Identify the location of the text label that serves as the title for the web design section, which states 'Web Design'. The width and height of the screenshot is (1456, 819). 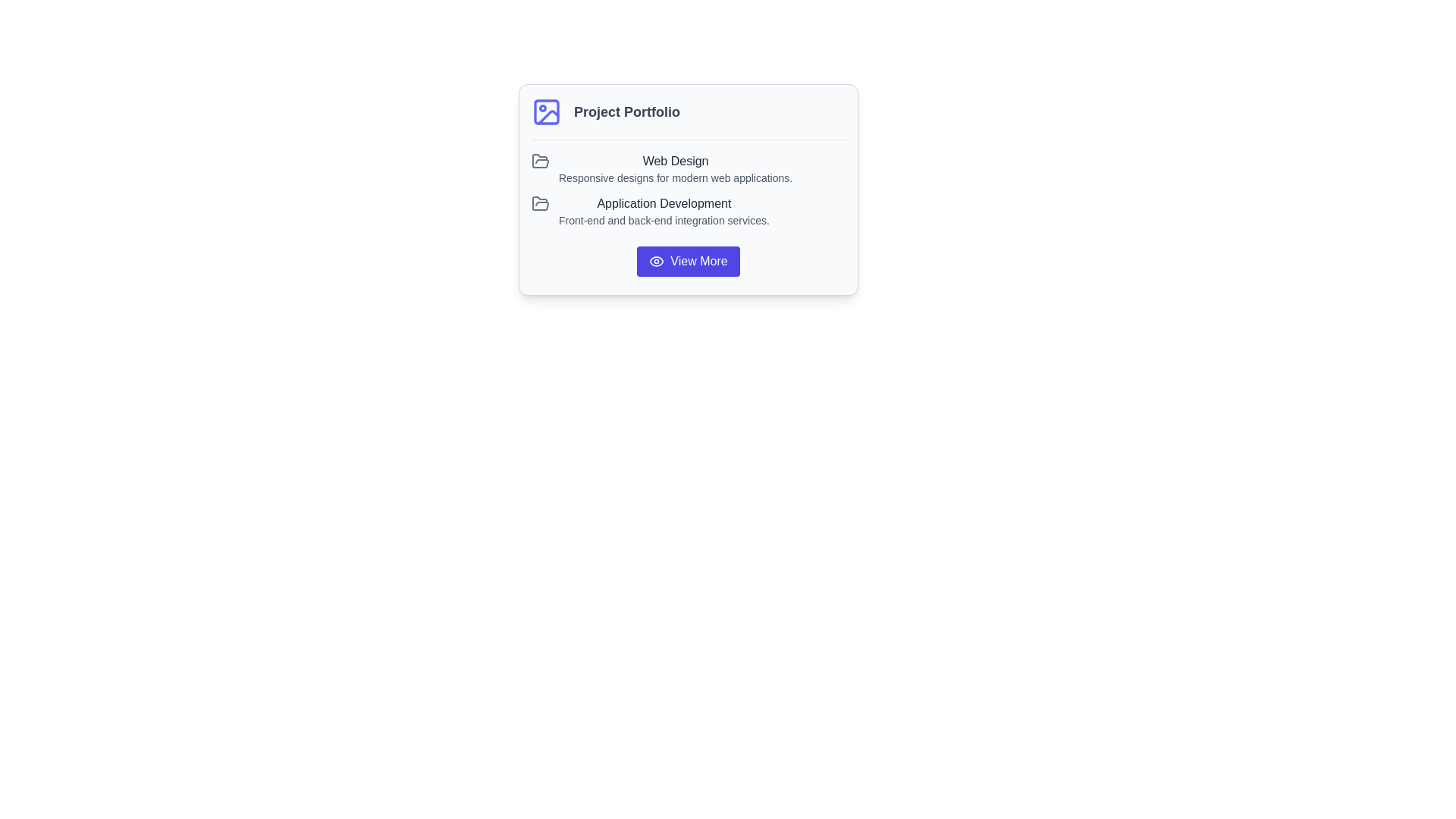
(675, 161).